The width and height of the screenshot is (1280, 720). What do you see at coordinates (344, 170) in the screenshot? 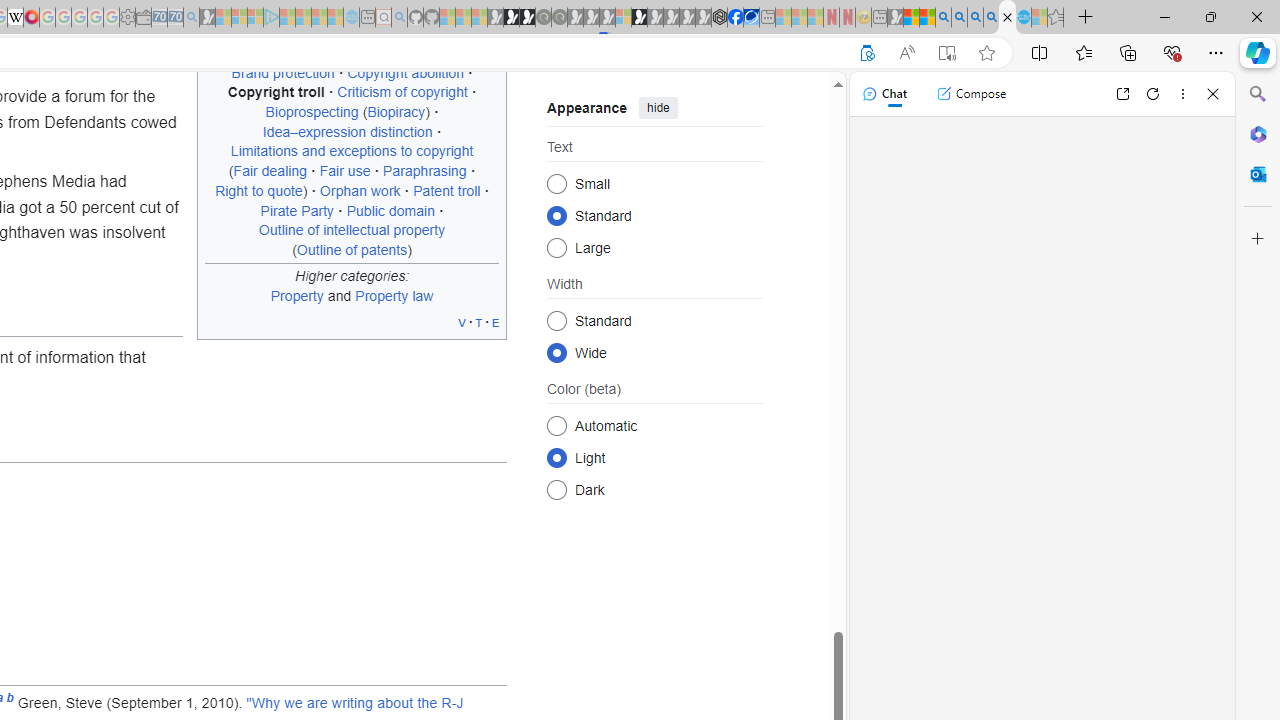
I see `'Fair use'` at bounding box center [344, 170].